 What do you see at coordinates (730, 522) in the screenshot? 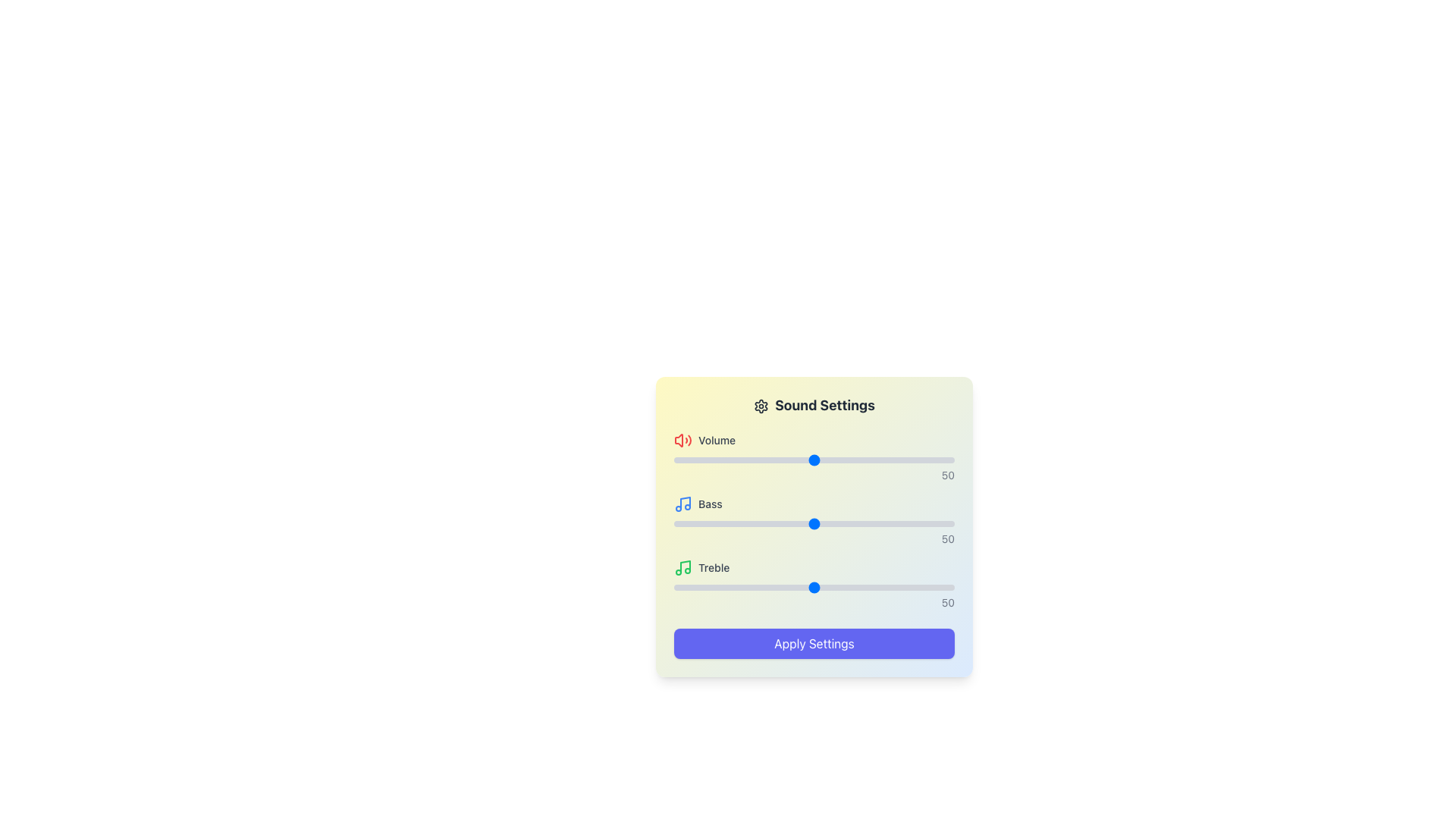
I see `the bass level` at bounding box center [730, 522].